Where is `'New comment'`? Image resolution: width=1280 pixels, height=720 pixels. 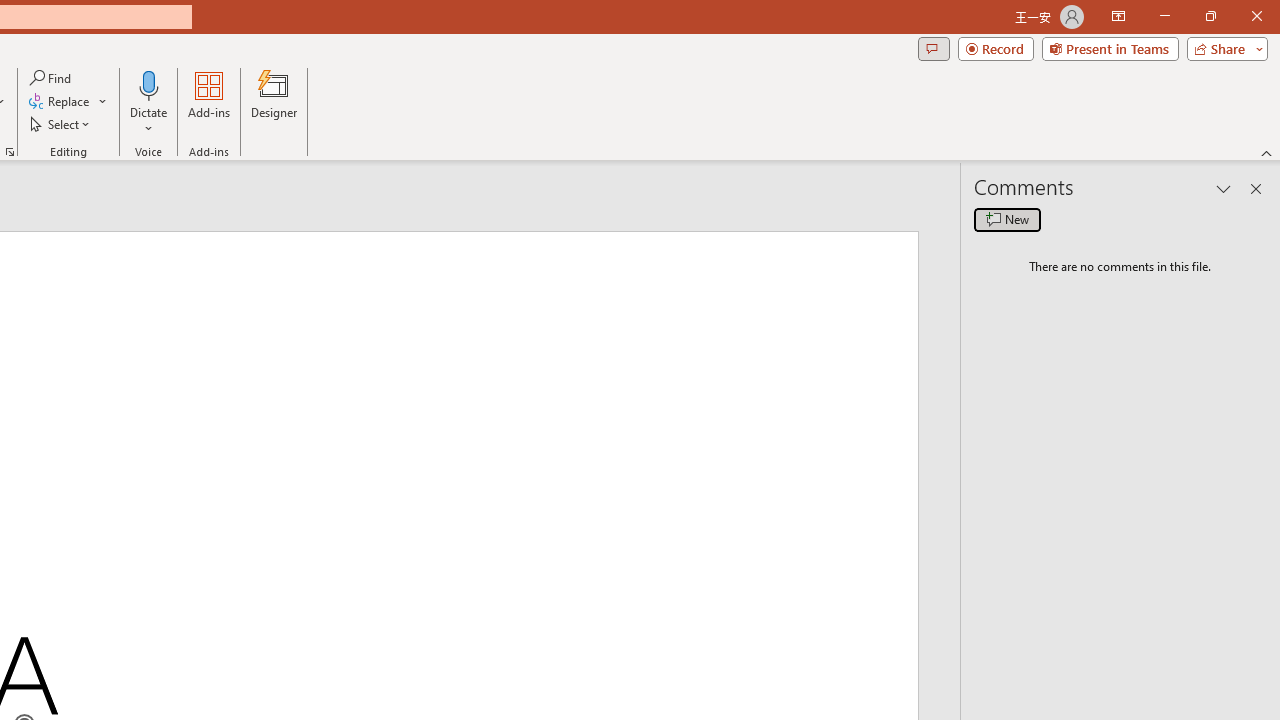 'New comment' is located at coordinates (1007, 219).